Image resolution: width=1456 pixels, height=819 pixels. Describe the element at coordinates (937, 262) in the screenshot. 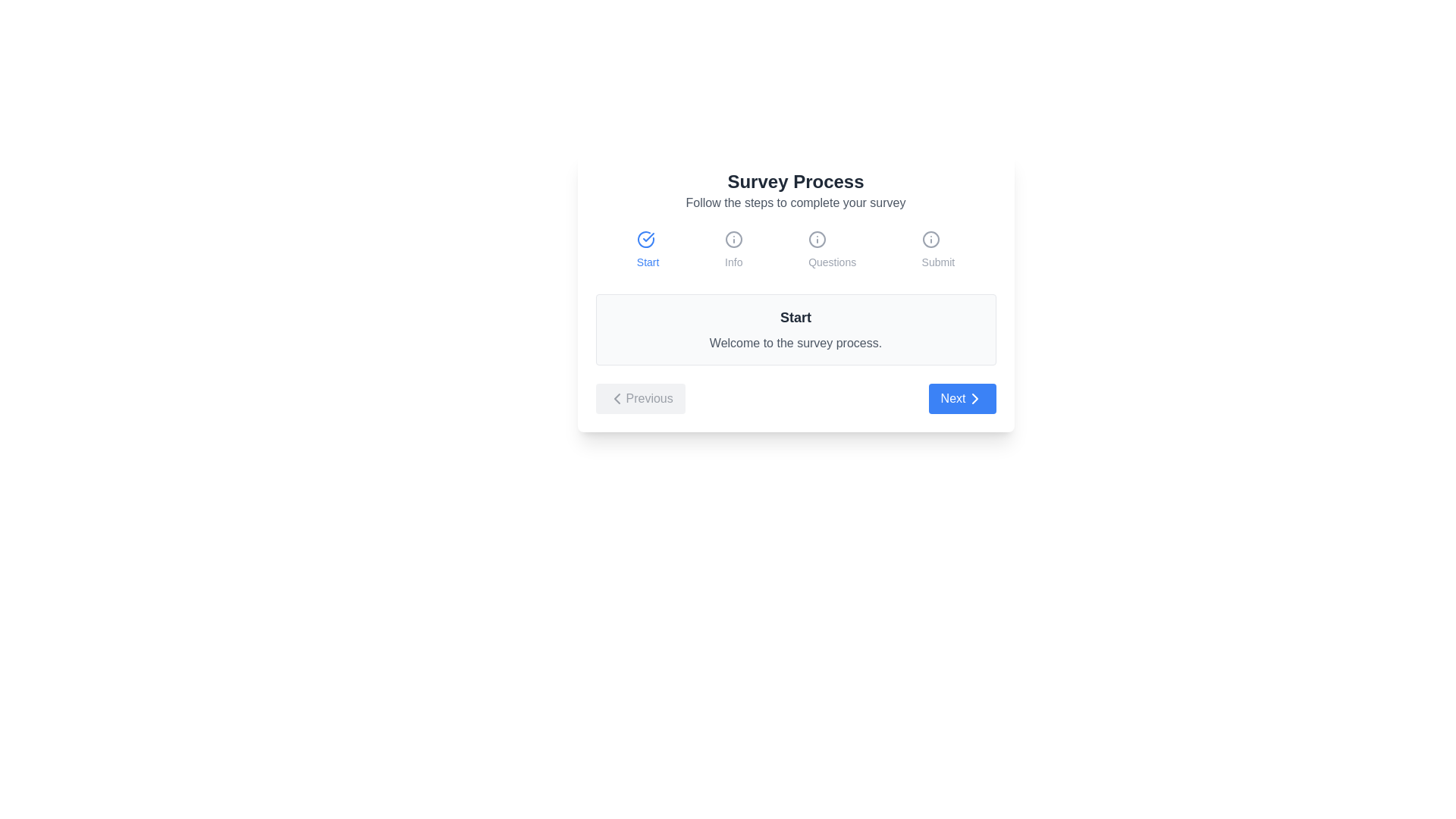

I see `the 'Submit' text label, which is styled in a smaller, subdued font and positioned below an icon in the top center area of the interface` at that location.